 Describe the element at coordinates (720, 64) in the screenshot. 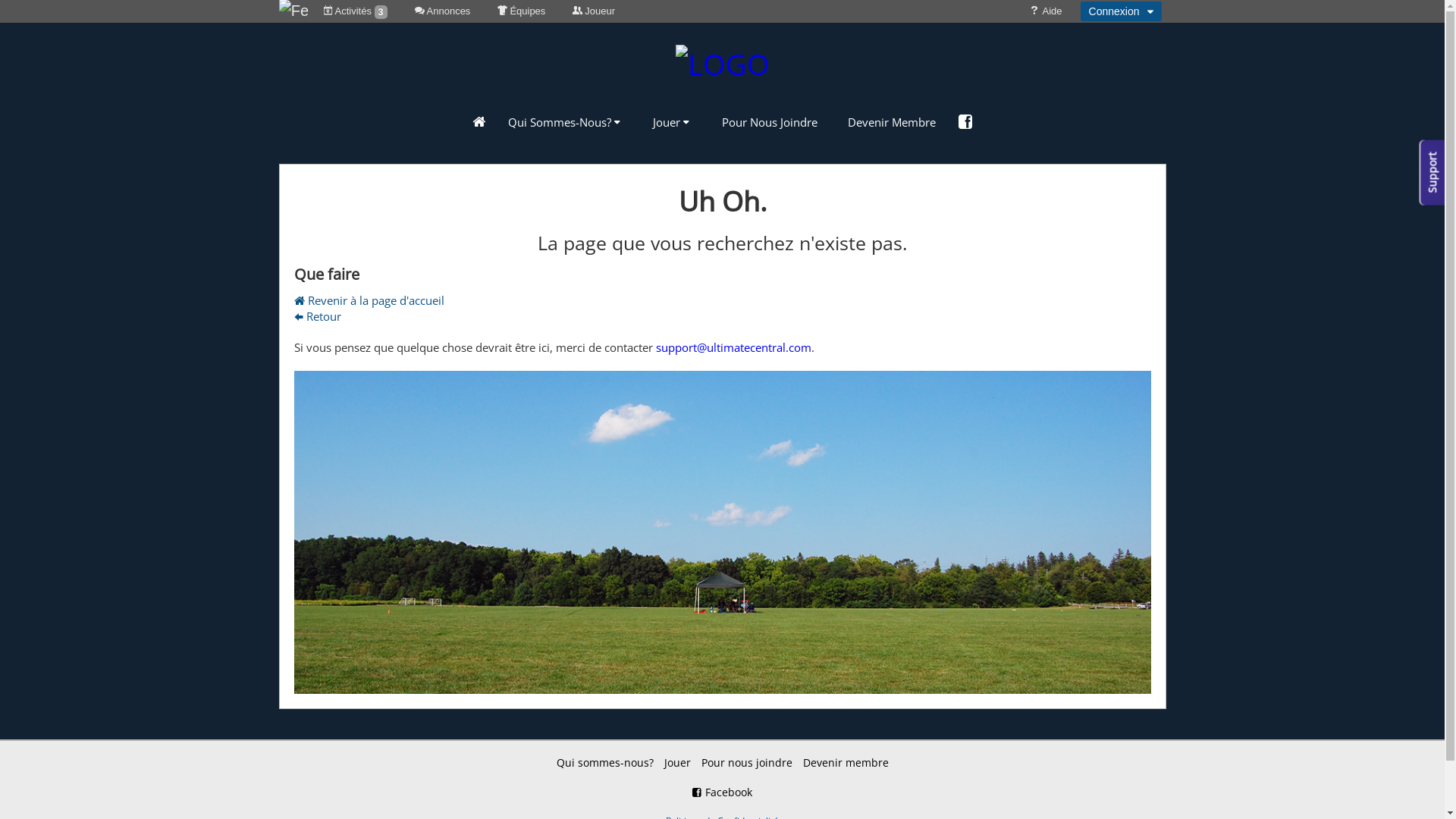

I see `'LOGO'` at that location.